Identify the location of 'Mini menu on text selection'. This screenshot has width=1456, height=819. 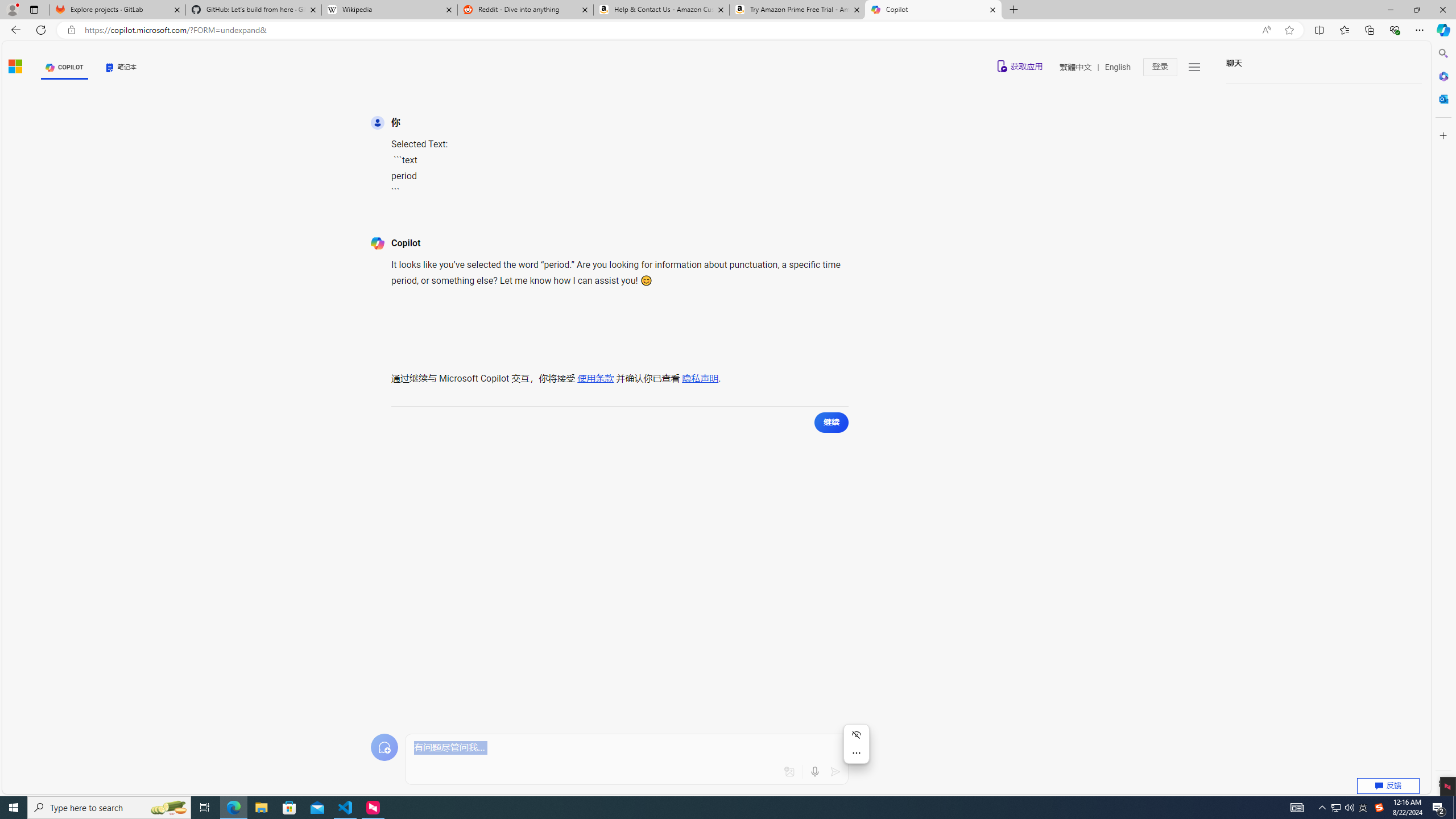
(856, 743).